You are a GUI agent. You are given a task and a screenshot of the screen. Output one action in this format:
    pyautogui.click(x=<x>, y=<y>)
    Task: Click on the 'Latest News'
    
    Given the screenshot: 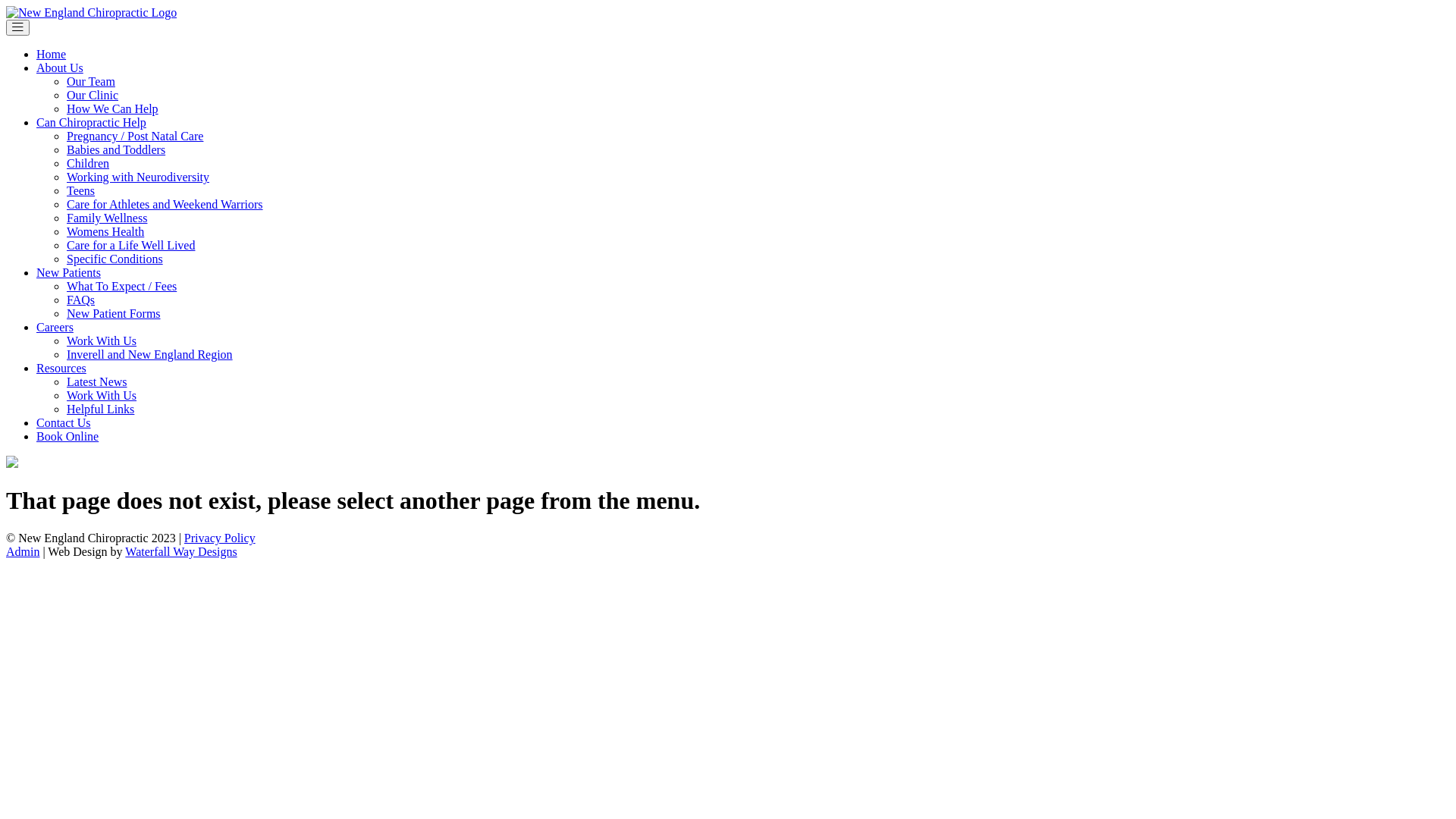 What is the action you would take?
    pyautogui.click(x=65, y=381)
    